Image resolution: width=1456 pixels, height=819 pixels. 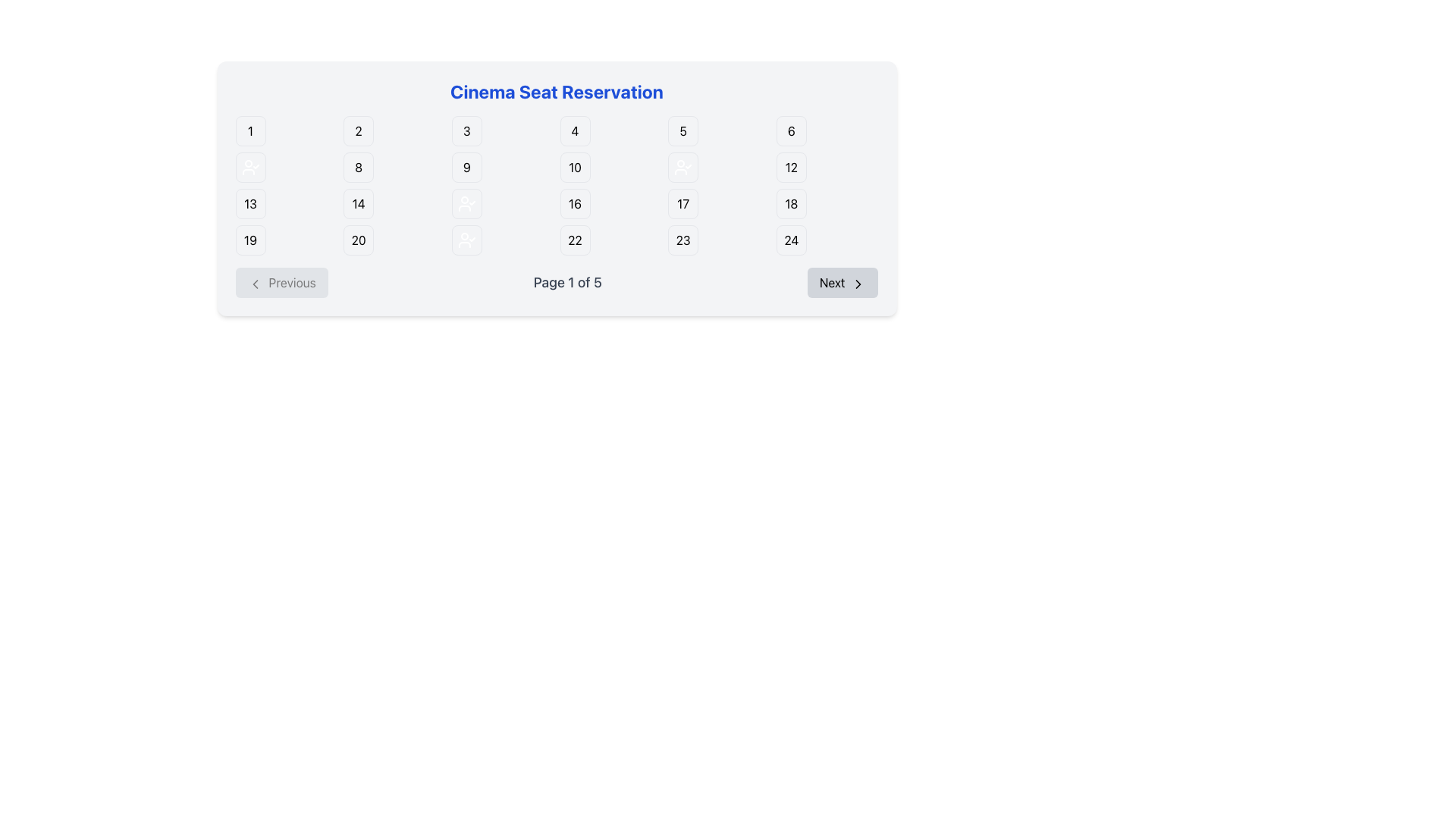 I want to click on the selectable seat button labeled '5' in the cinema reservation system, so click(x=682, y=130).